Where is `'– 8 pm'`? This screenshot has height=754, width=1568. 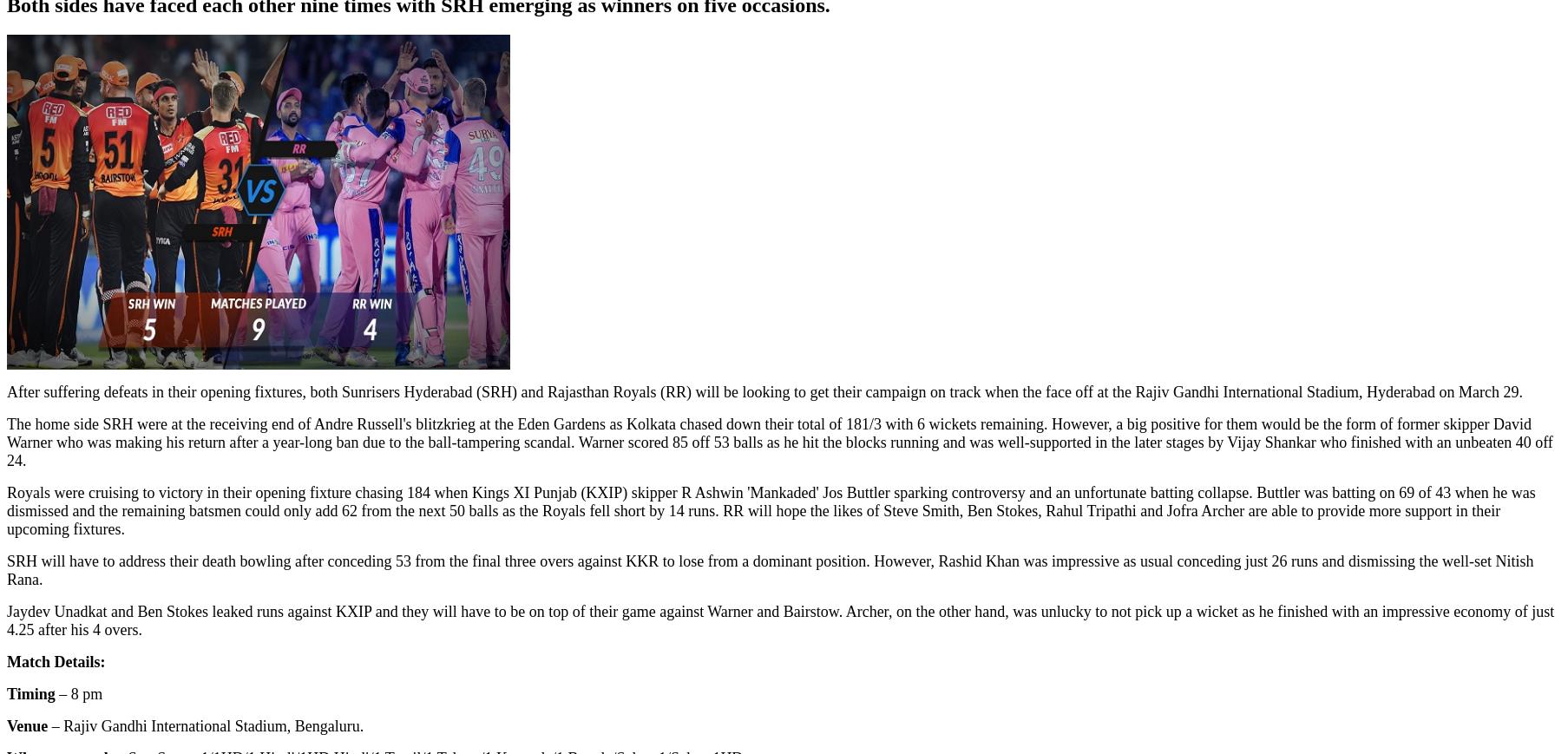 '– 8 pm' is located at coordinates (77, 694).